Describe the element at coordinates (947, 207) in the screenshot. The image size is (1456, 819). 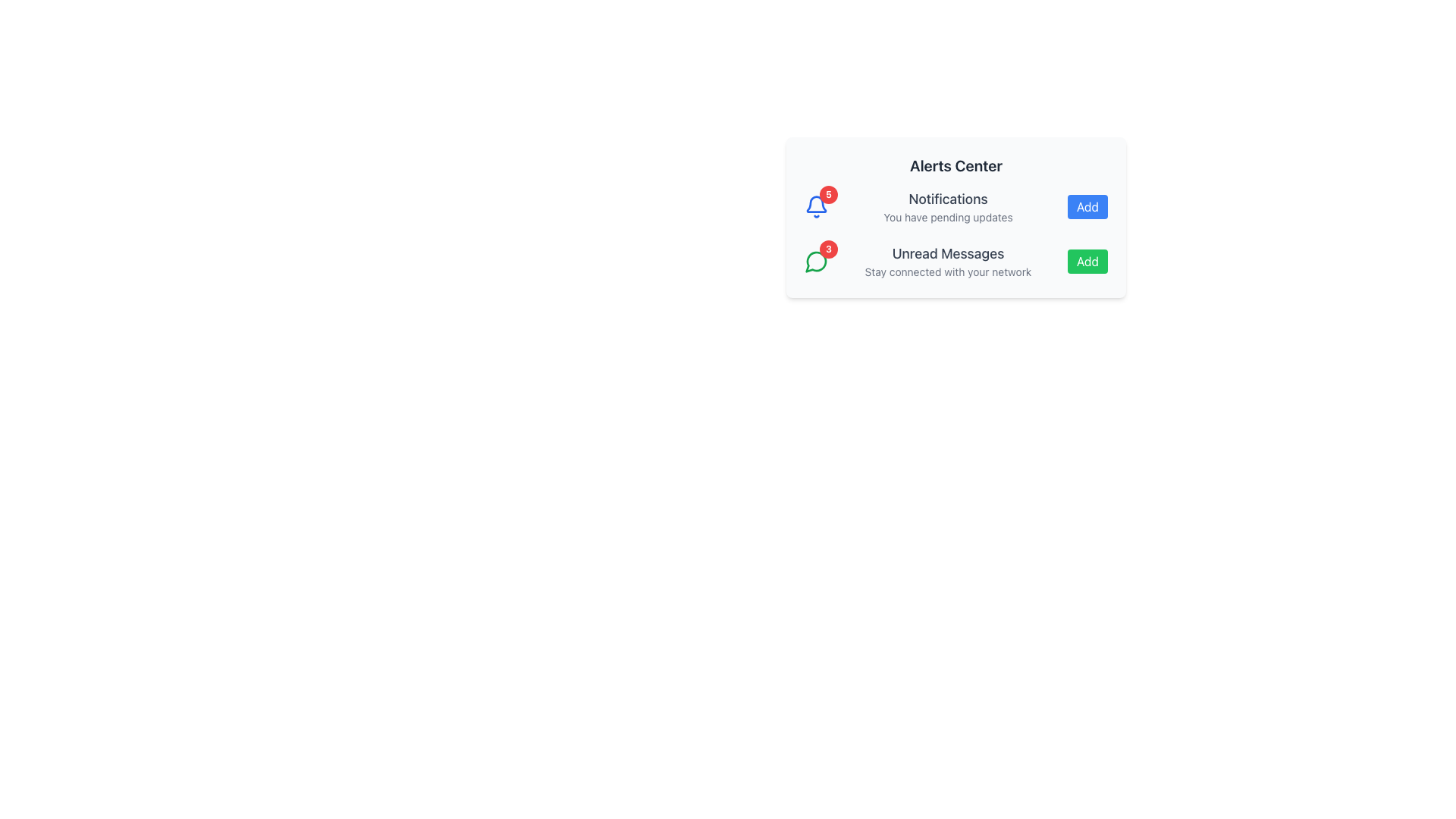
I see `the informational text display labeled 'Notifications' that indicates 'You have pending updates', located in the 'Alerts Center' section, positioned between the notification bell icon and the 'Add' button` at that location.